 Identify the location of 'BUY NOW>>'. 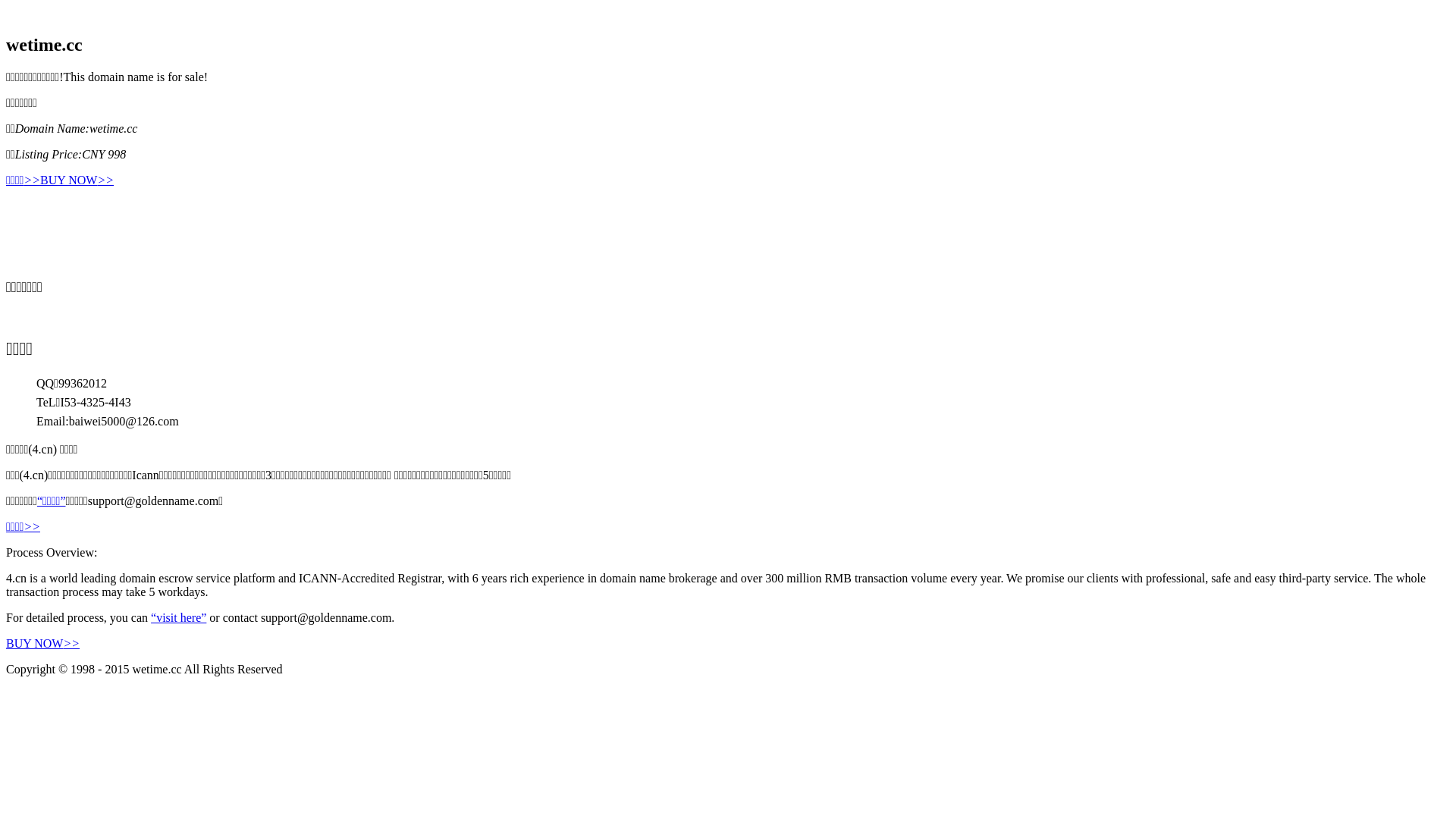
(39, 180).